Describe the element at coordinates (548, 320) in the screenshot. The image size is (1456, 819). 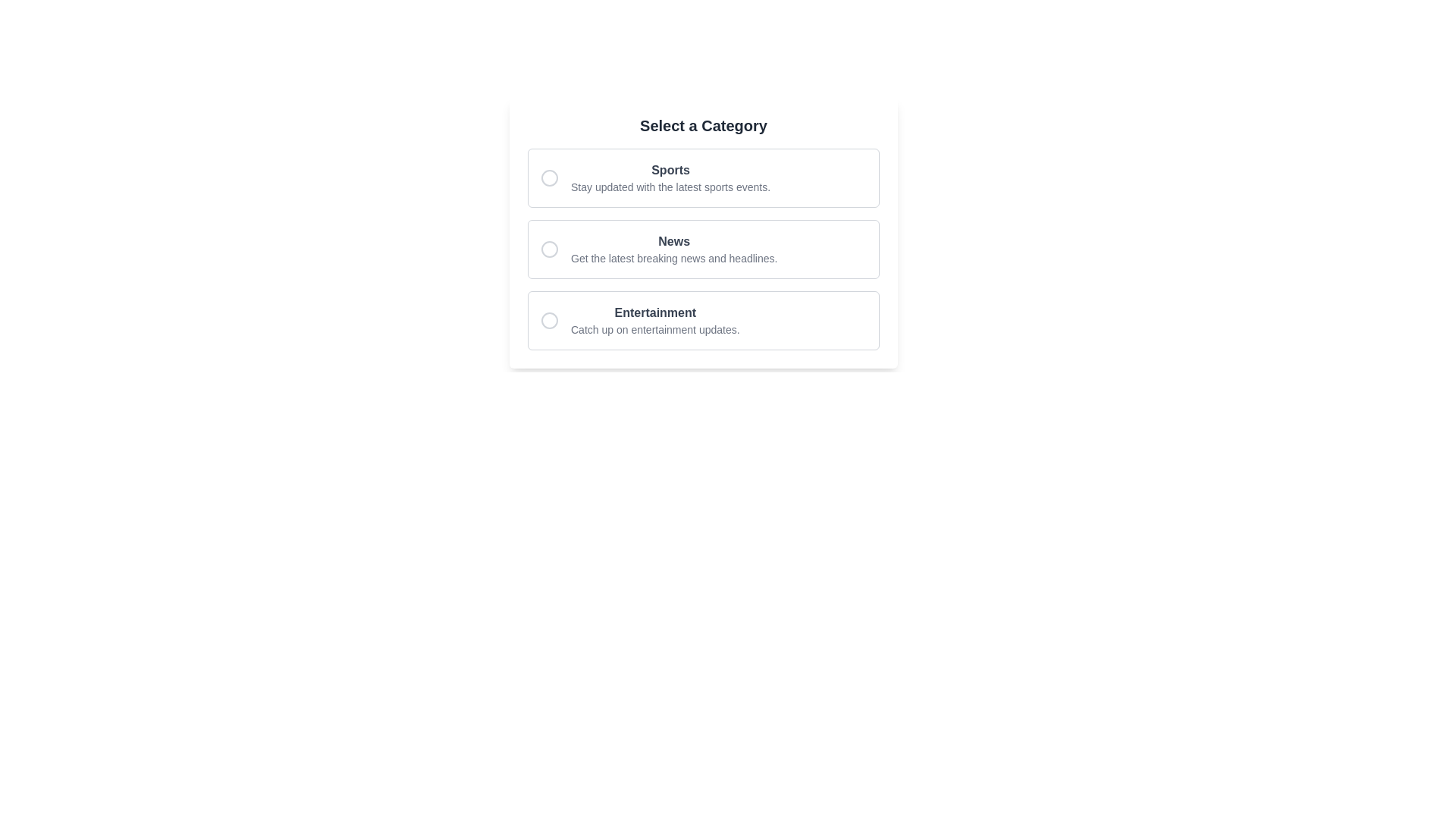
I see `the first circular UI element representing the 'Entertainment' option` at that location.